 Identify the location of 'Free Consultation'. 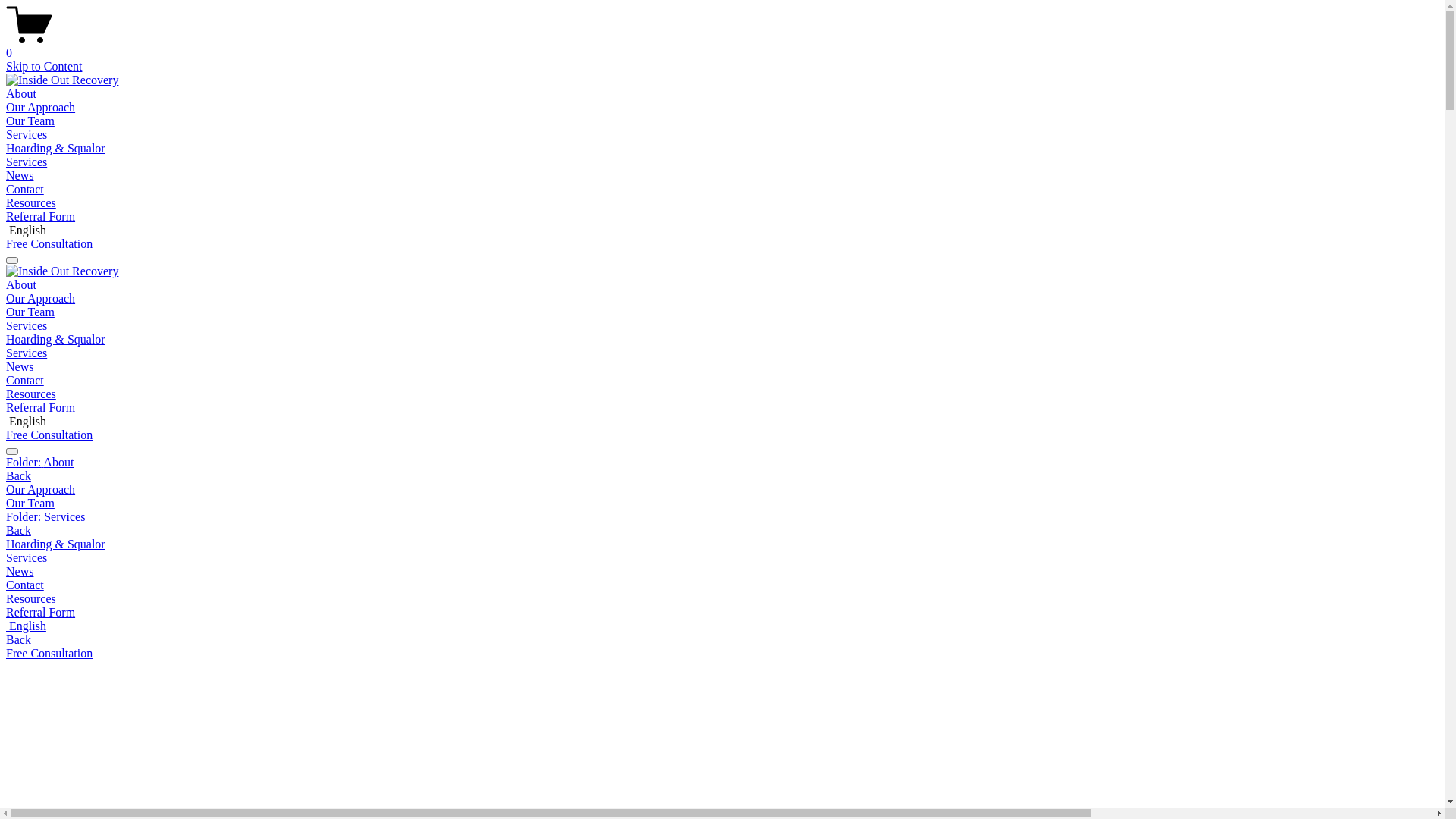
(49, 652).